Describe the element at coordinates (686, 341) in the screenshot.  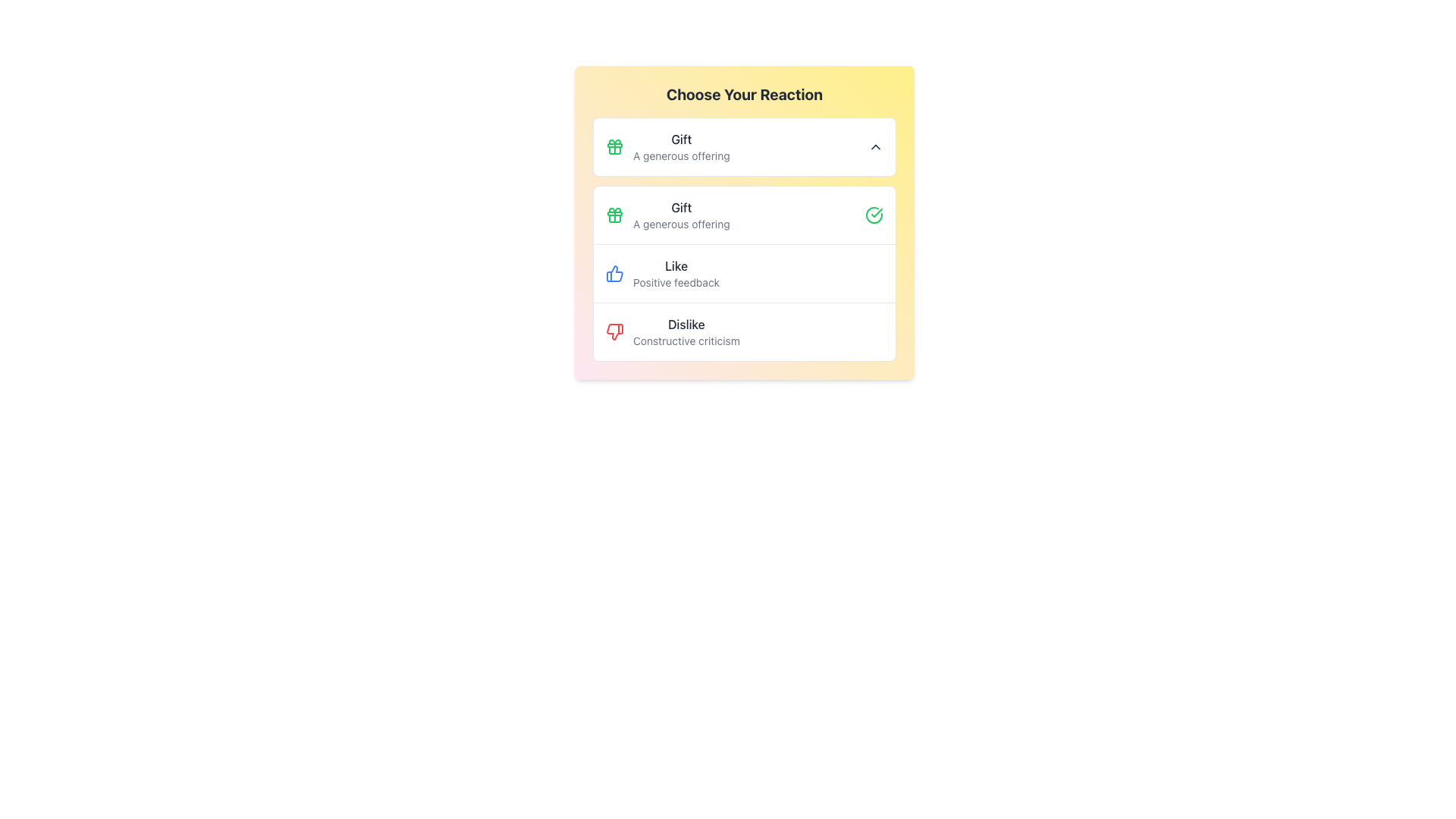
I see `the text label displaying 'Constructive criticism', which is located below the 'Dislike' text and icon in the 'Choose Your Reaction' interface` at that location.